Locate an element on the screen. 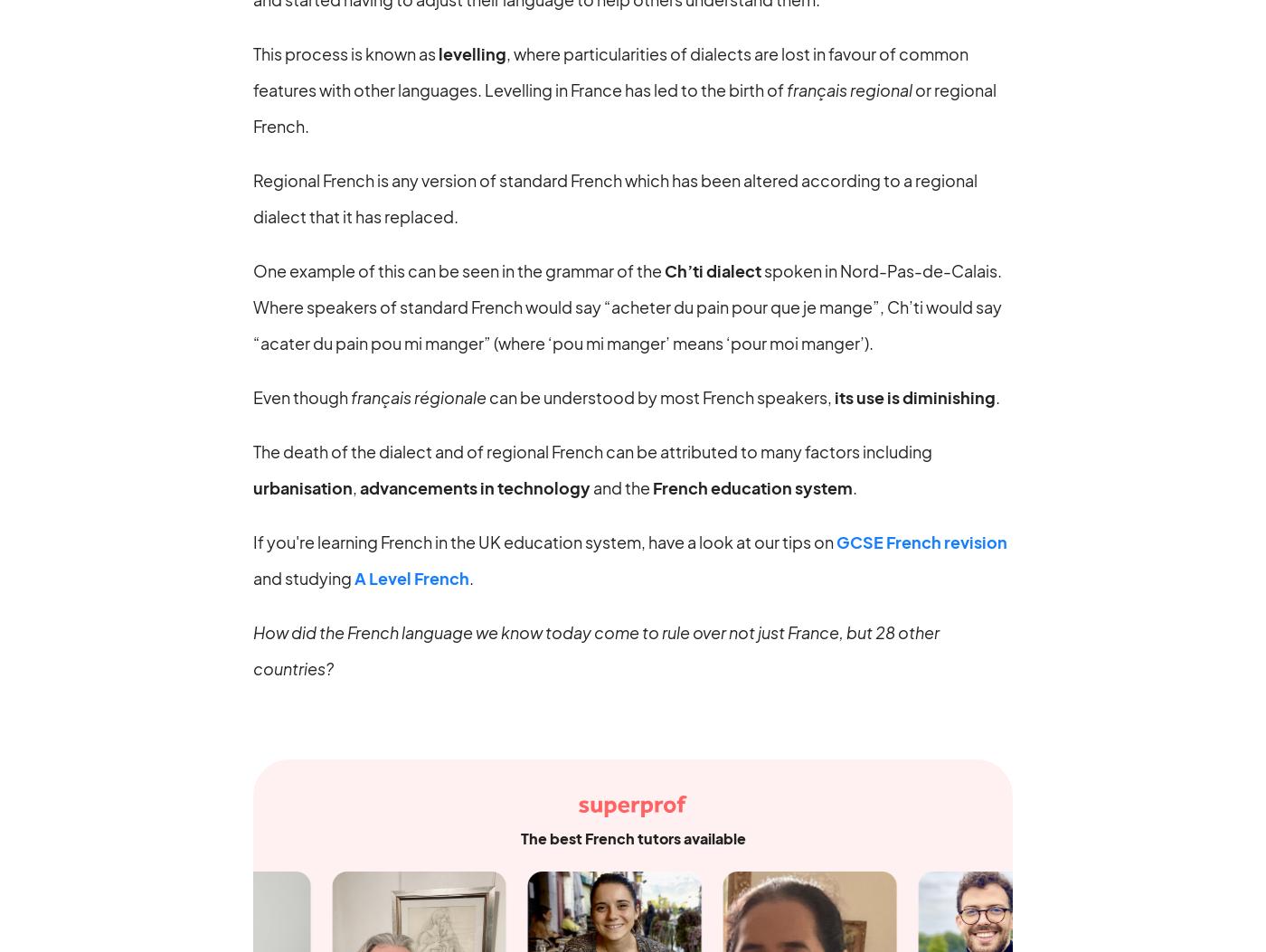  'How did the French language we know today come to rule over not just France, but 28 other countries?' is located at coordinates (596, 649).